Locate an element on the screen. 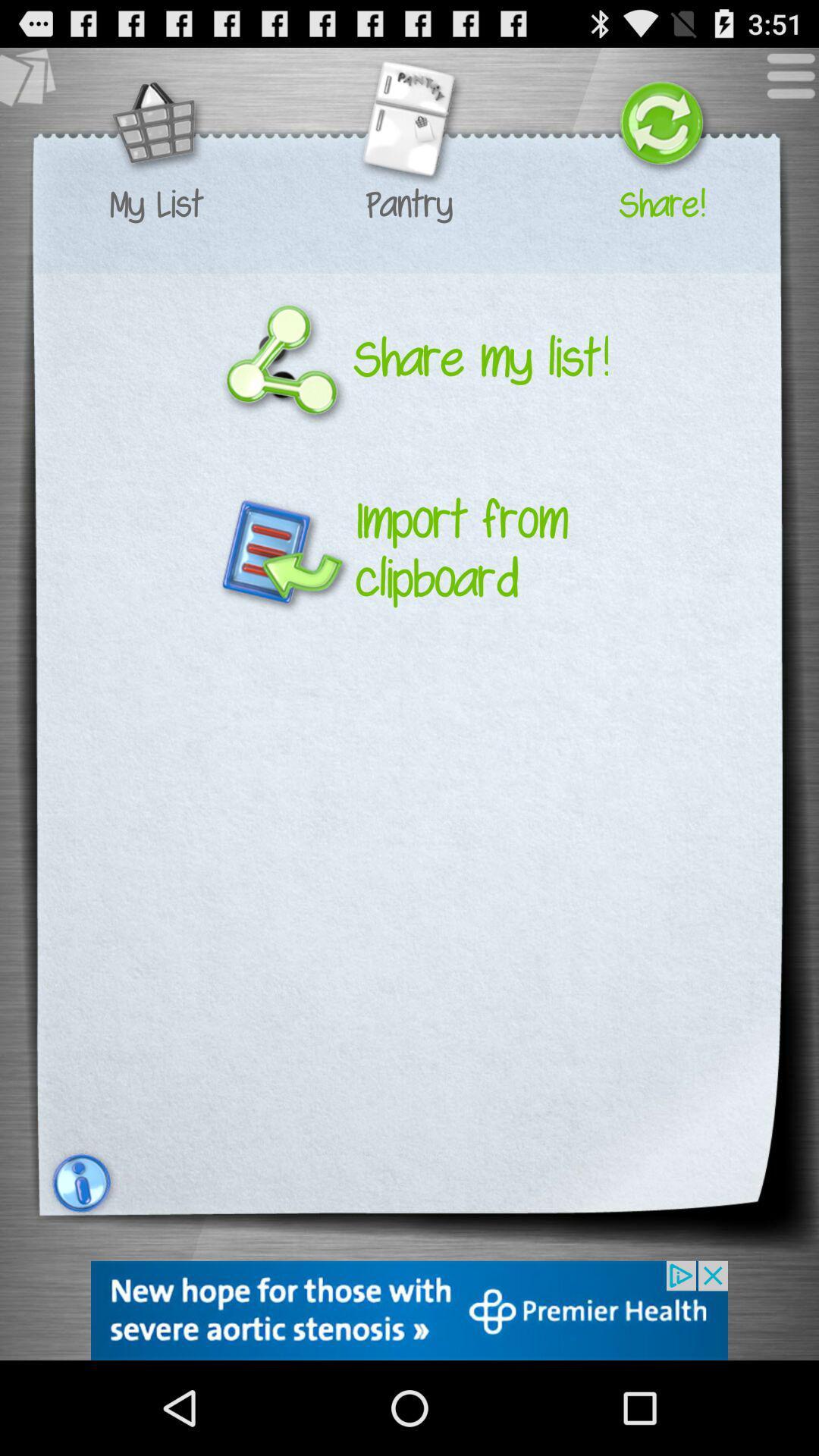 This screenshot has width=819, height=1456. the text which is below the second image on top is located at coordinates (408, 204).